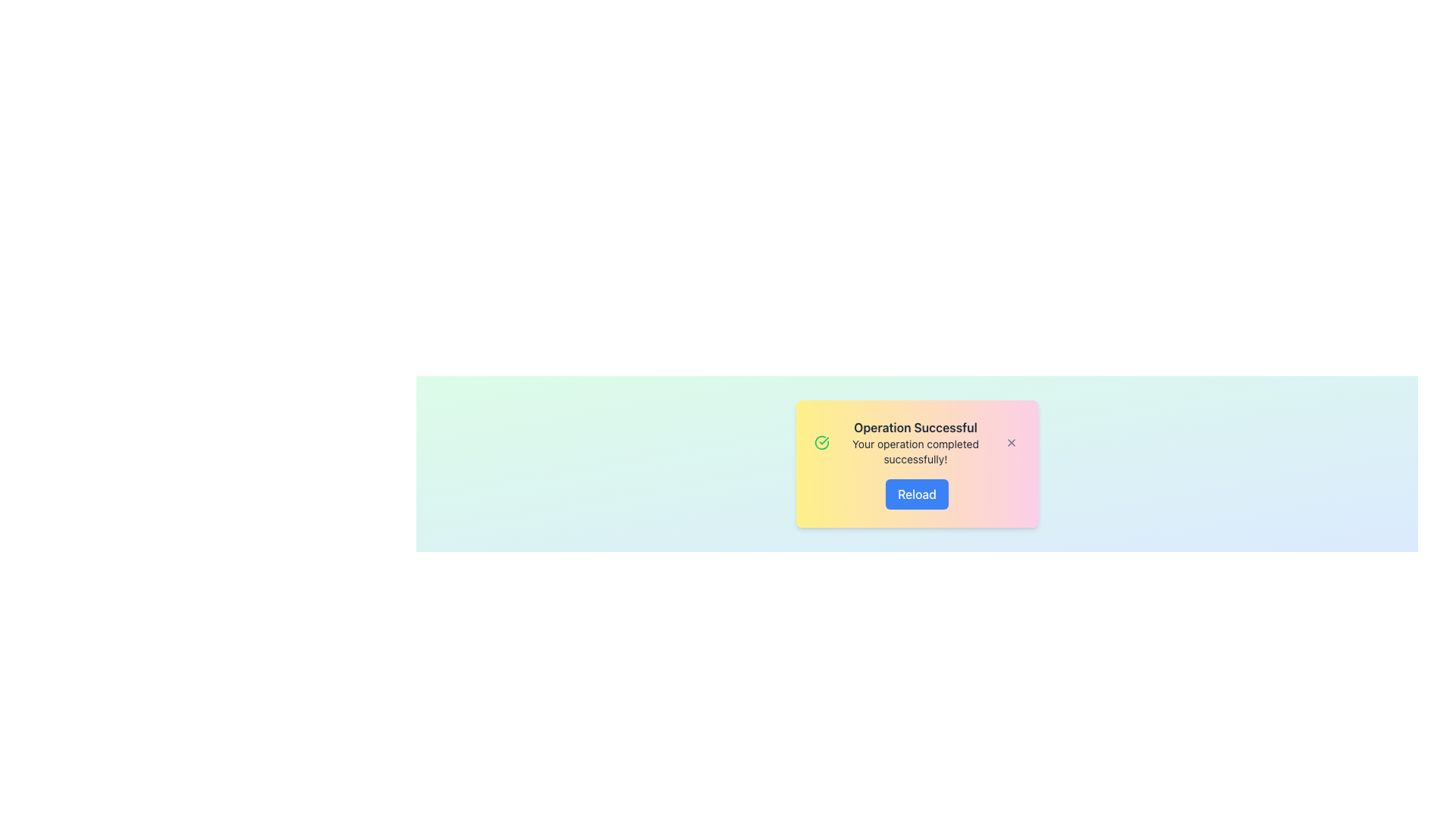 This screenshot has width=1456, height=819. I want to click on the 'Reload' button located in the lower half of the notification card, so click(916, 494).